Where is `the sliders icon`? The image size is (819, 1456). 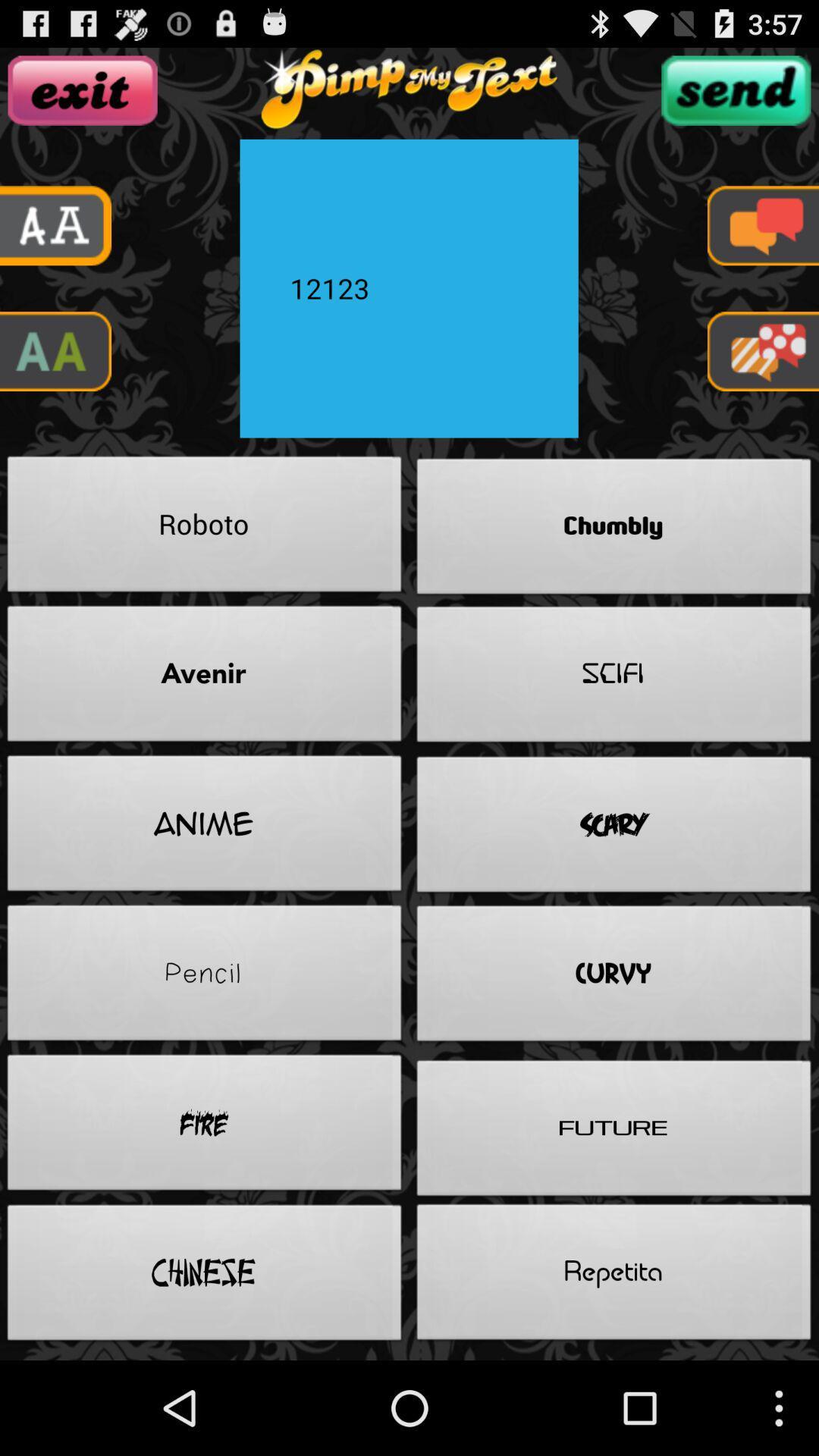
the sliders icon is located at coordinates (83, 96).